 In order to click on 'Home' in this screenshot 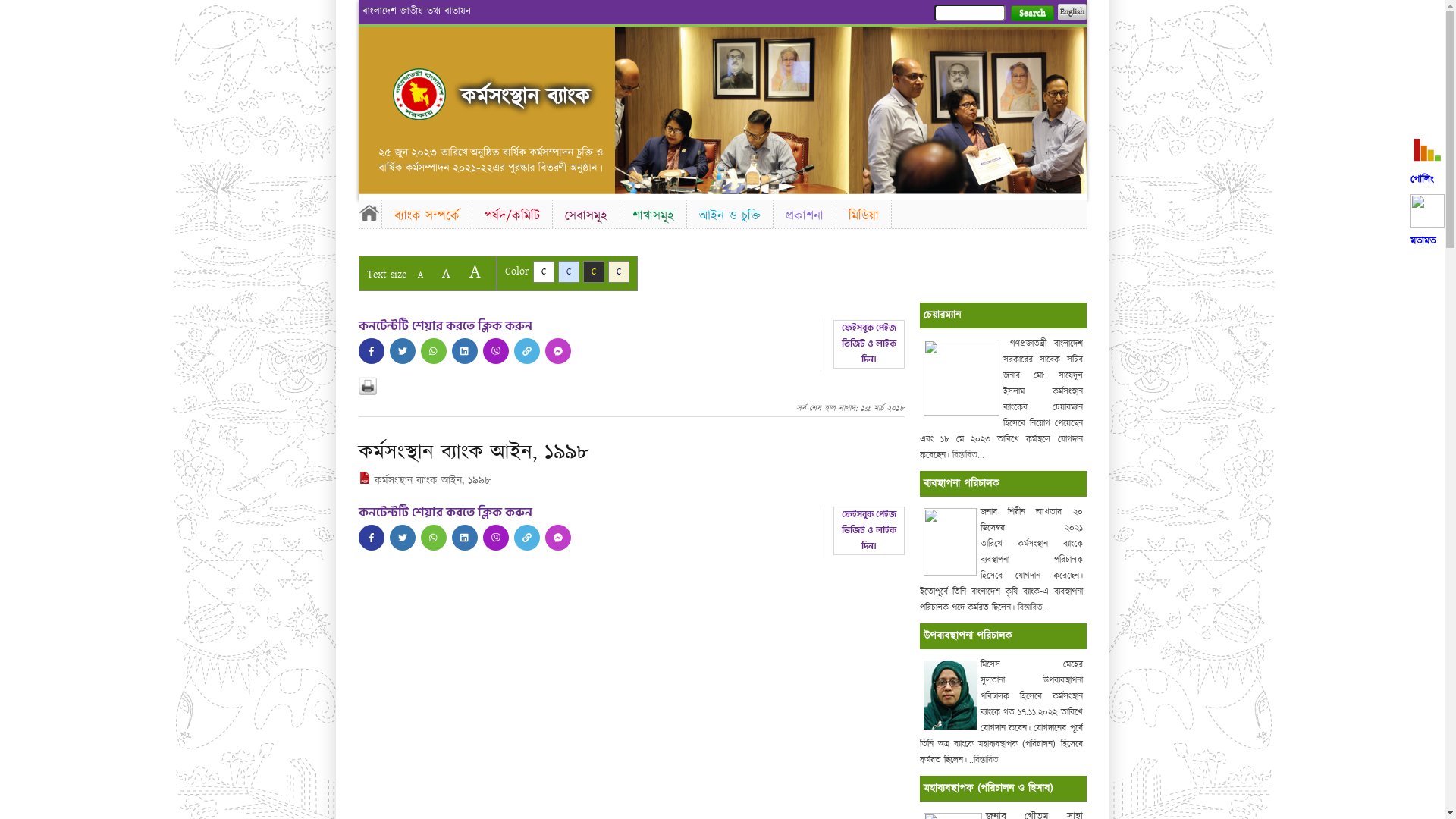, I will do `click(356, 212)`.